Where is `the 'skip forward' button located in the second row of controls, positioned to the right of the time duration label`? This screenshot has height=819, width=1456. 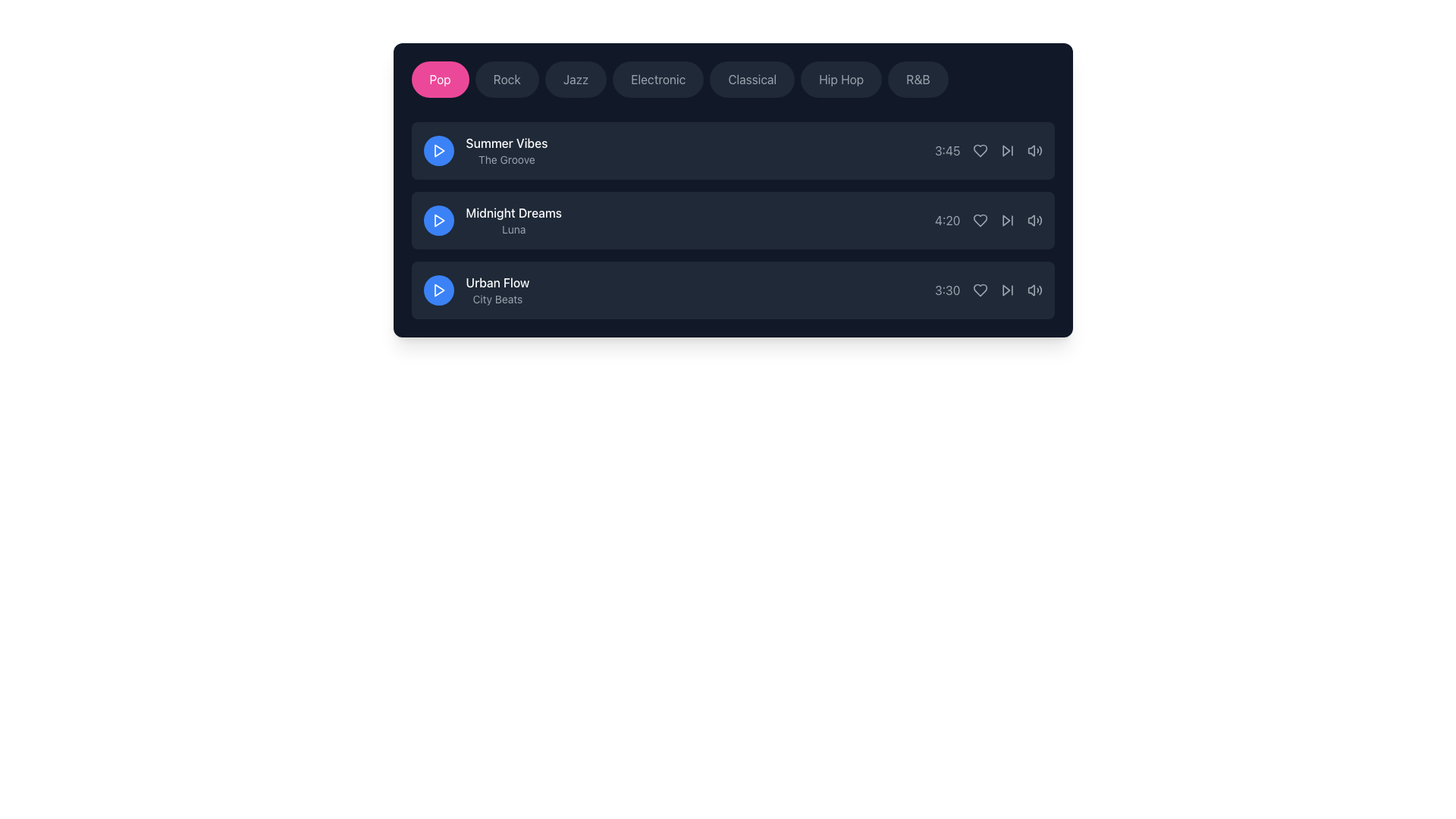 the 'skip forward' button located in the second row of controls, positioned to the right of the time duration label is located at coordinates (1006, 151).